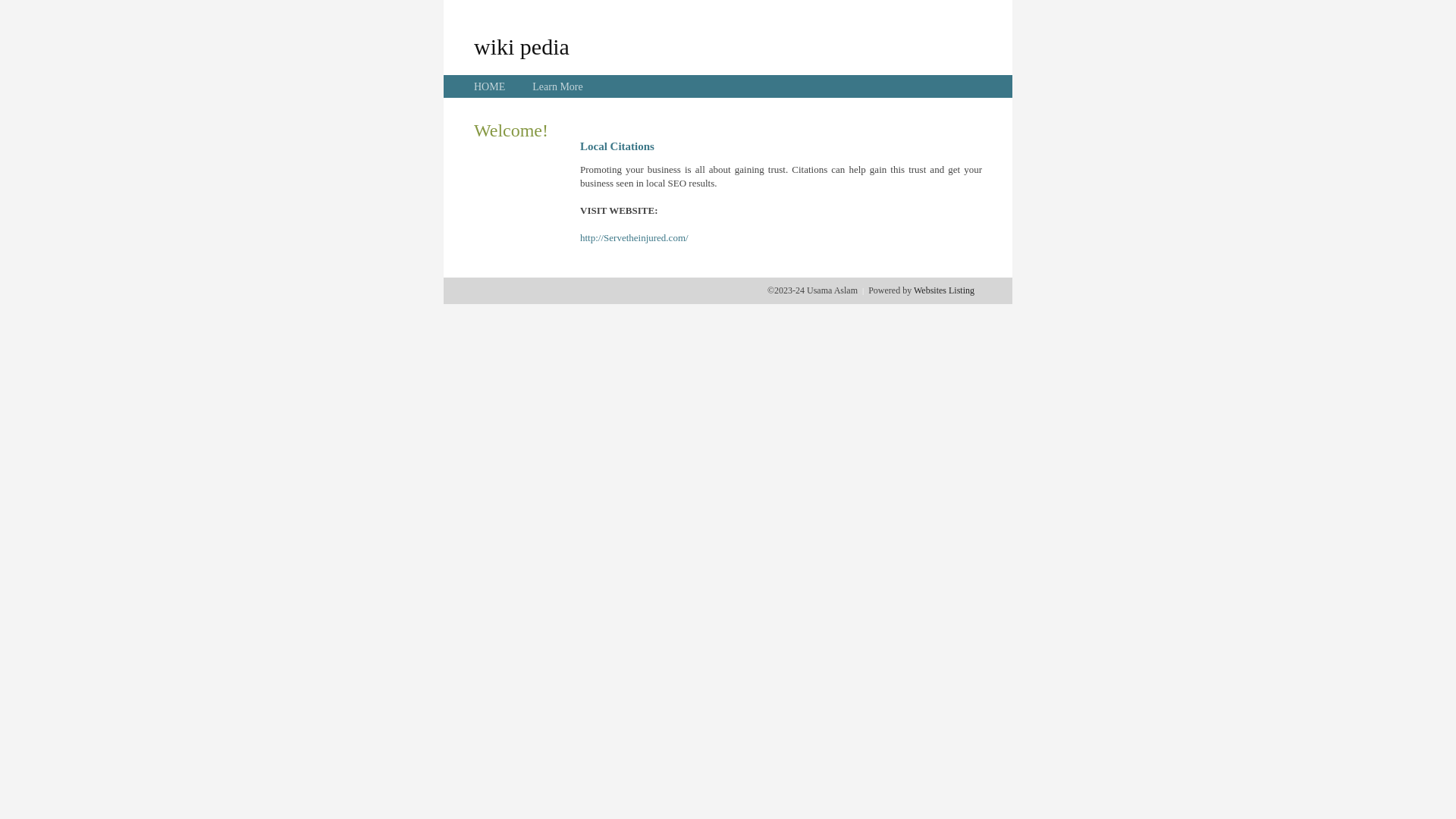 The width and height of the screenshot is (1456, 819). Describe the element at coordinates (489, 86) in the screenshot. I see `'HOME'` at that location.